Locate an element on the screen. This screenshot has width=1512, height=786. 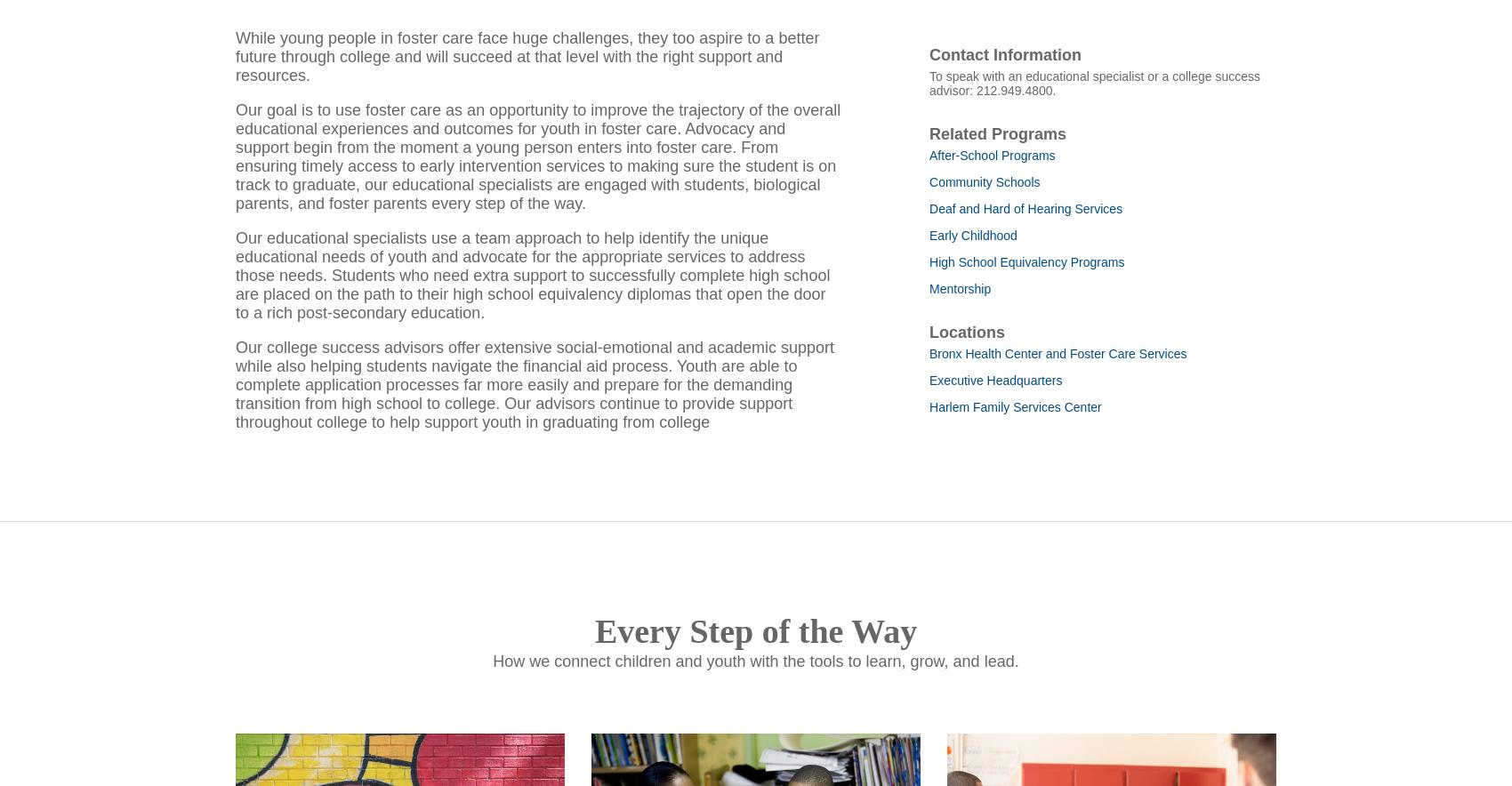
'Our educational specialists use a team approach to help identify the unique educational needs of youth and advocate for the appropriate services to address those needs. Students who need extra support to successfully complete high school are placed on the path to their high school equivalency diplomas that open the door to a rich post-secondary education.' is located at coordinates (532, 298).